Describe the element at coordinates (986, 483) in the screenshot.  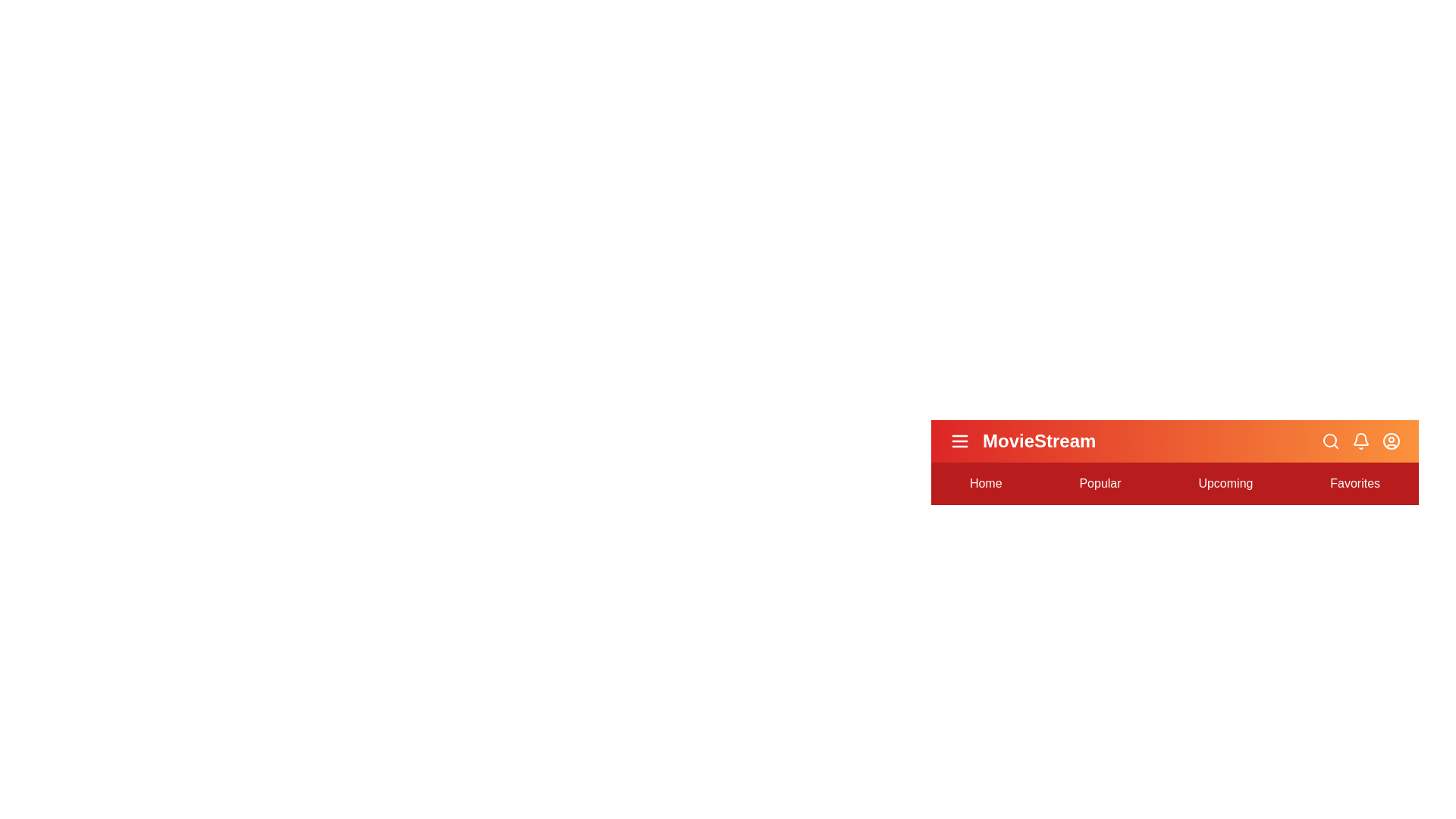
I see `the Home navigation option` at that location.